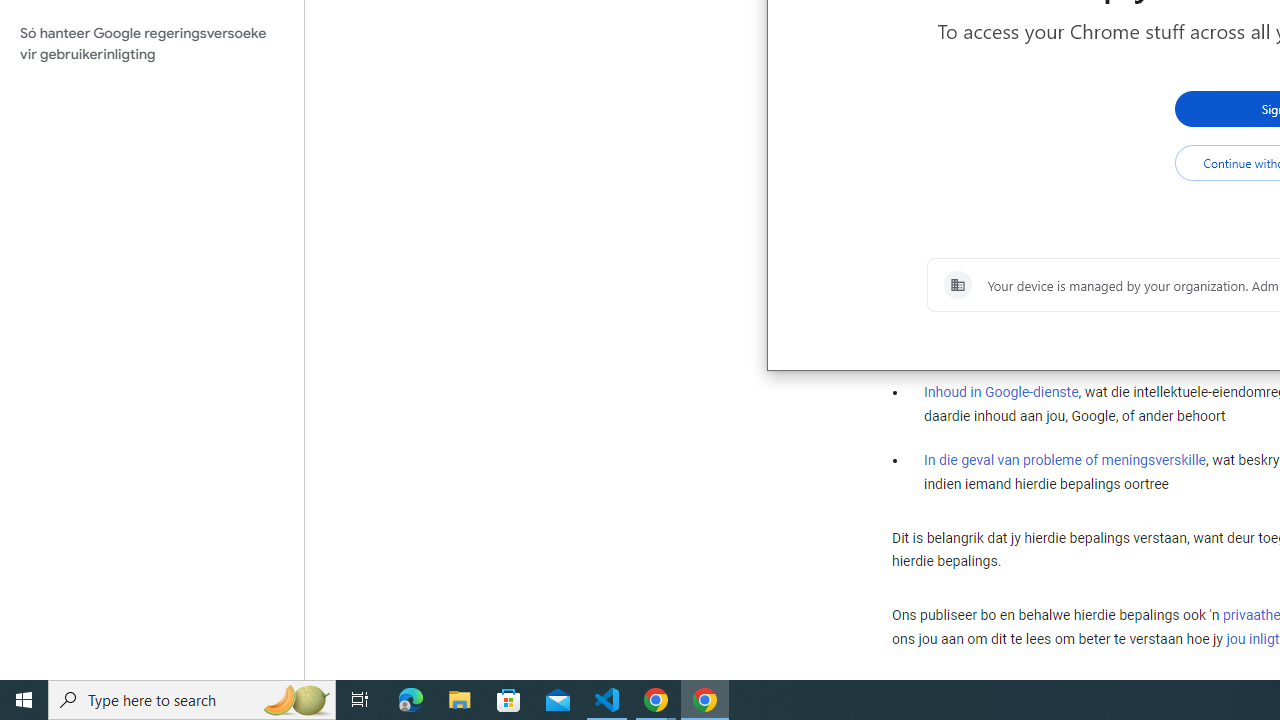 The width and height of the screenshot is (1280, 720). Describe the element at coordinates (24, 698) in the screenshot. I see `'Start'` at that location.